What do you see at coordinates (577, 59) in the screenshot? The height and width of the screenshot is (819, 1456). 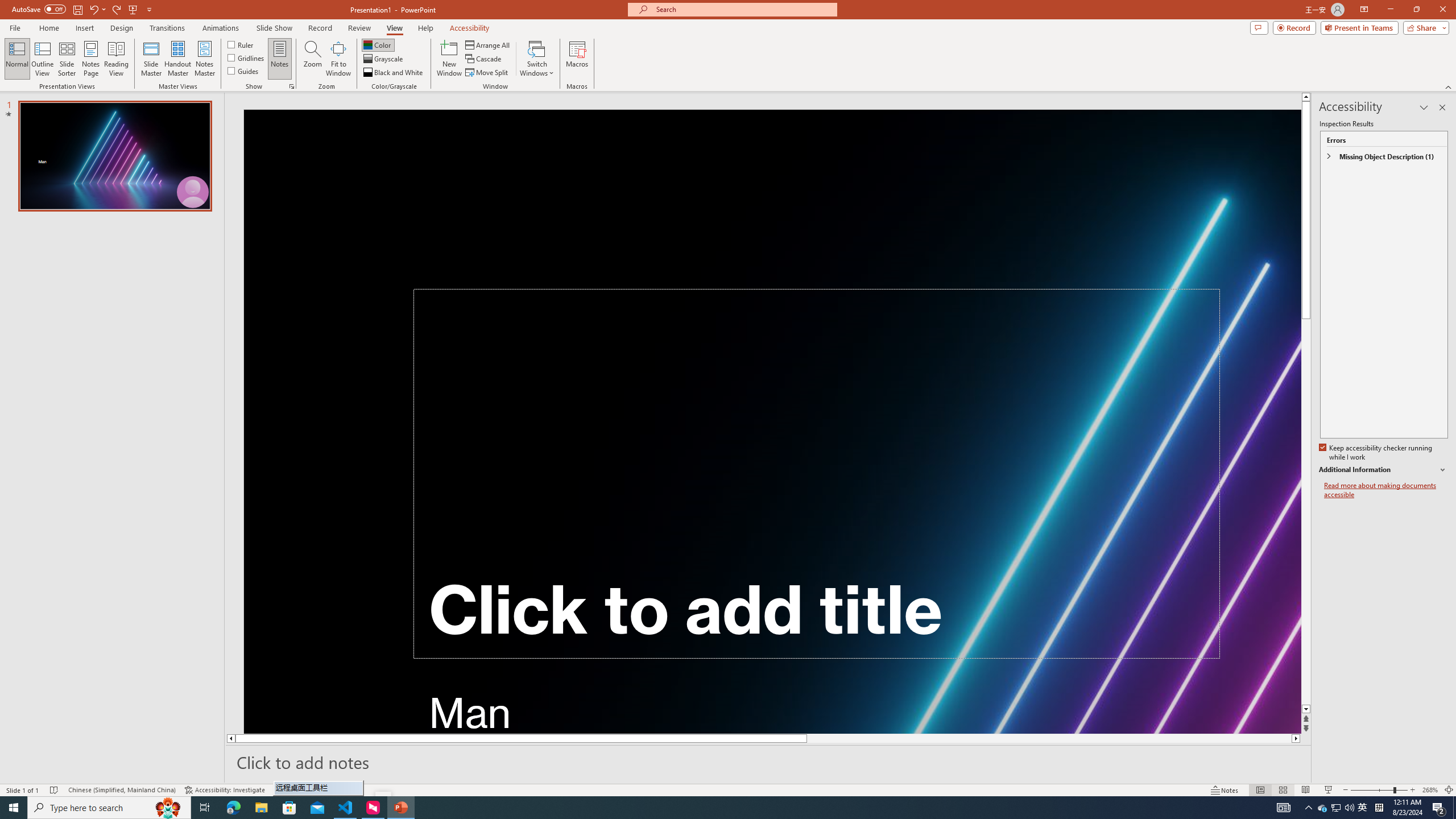 I see `'Macros'` at bounding box center [577, 59].